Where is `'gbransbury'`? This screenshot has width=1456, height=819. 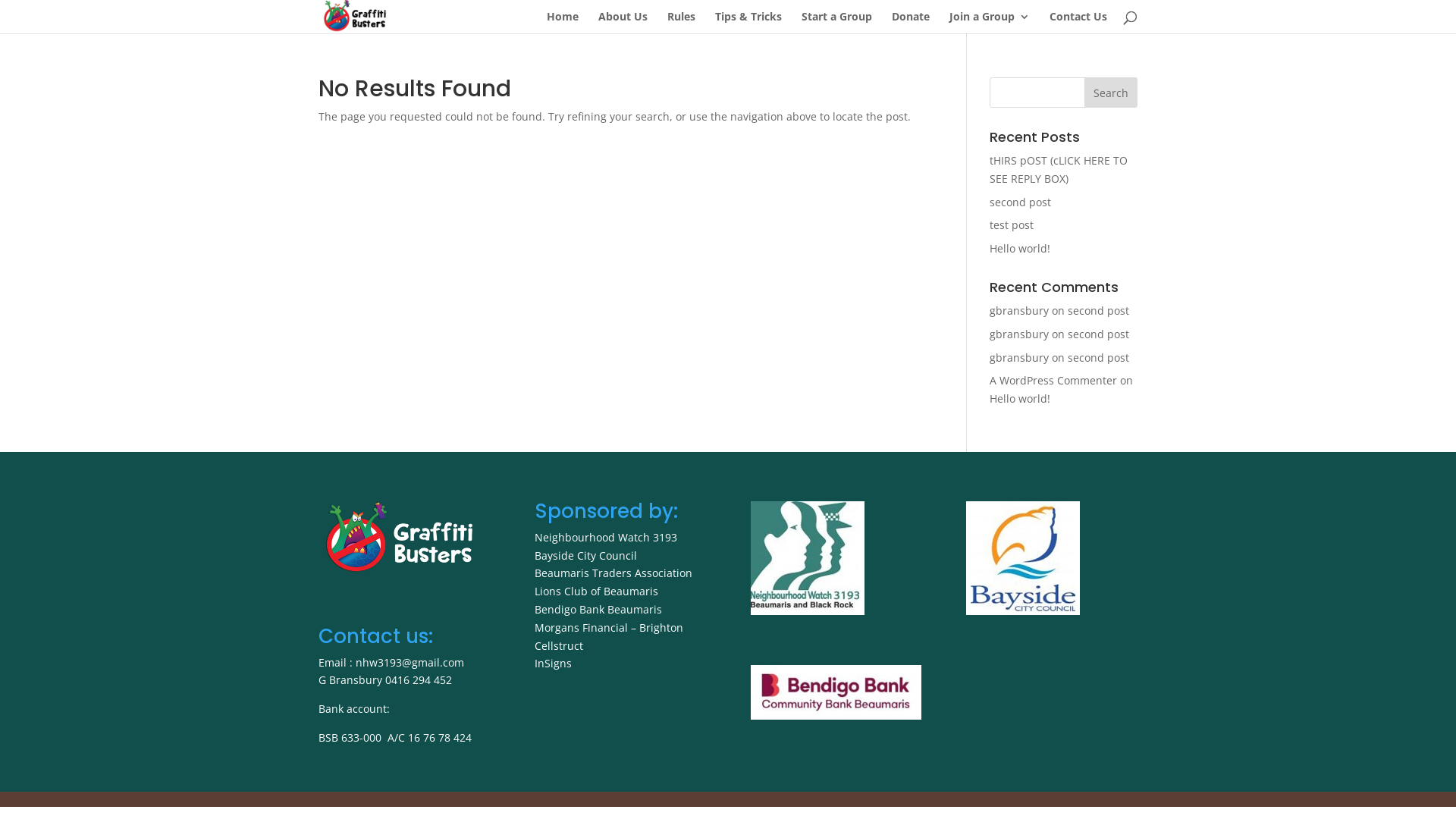
'gbransbury' is located at coordinates (1019, 309).